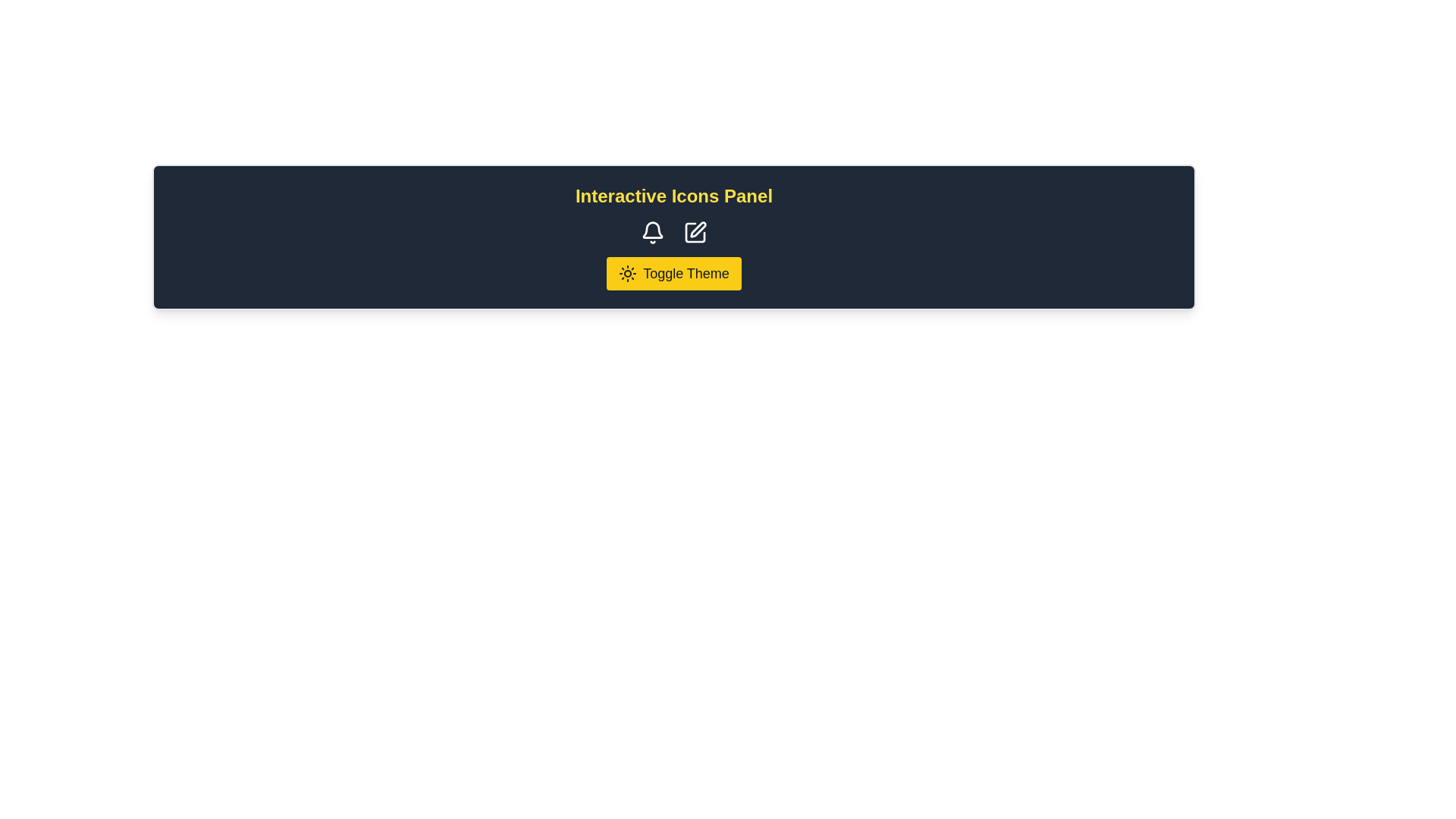 This screenshot has width=1456, height=819. What do you see at coordinates (673, 274) in the screenshot?
I see `the 'Toggle Theme' button with a yellow background and sun icon` at bounding box center [673, 274].